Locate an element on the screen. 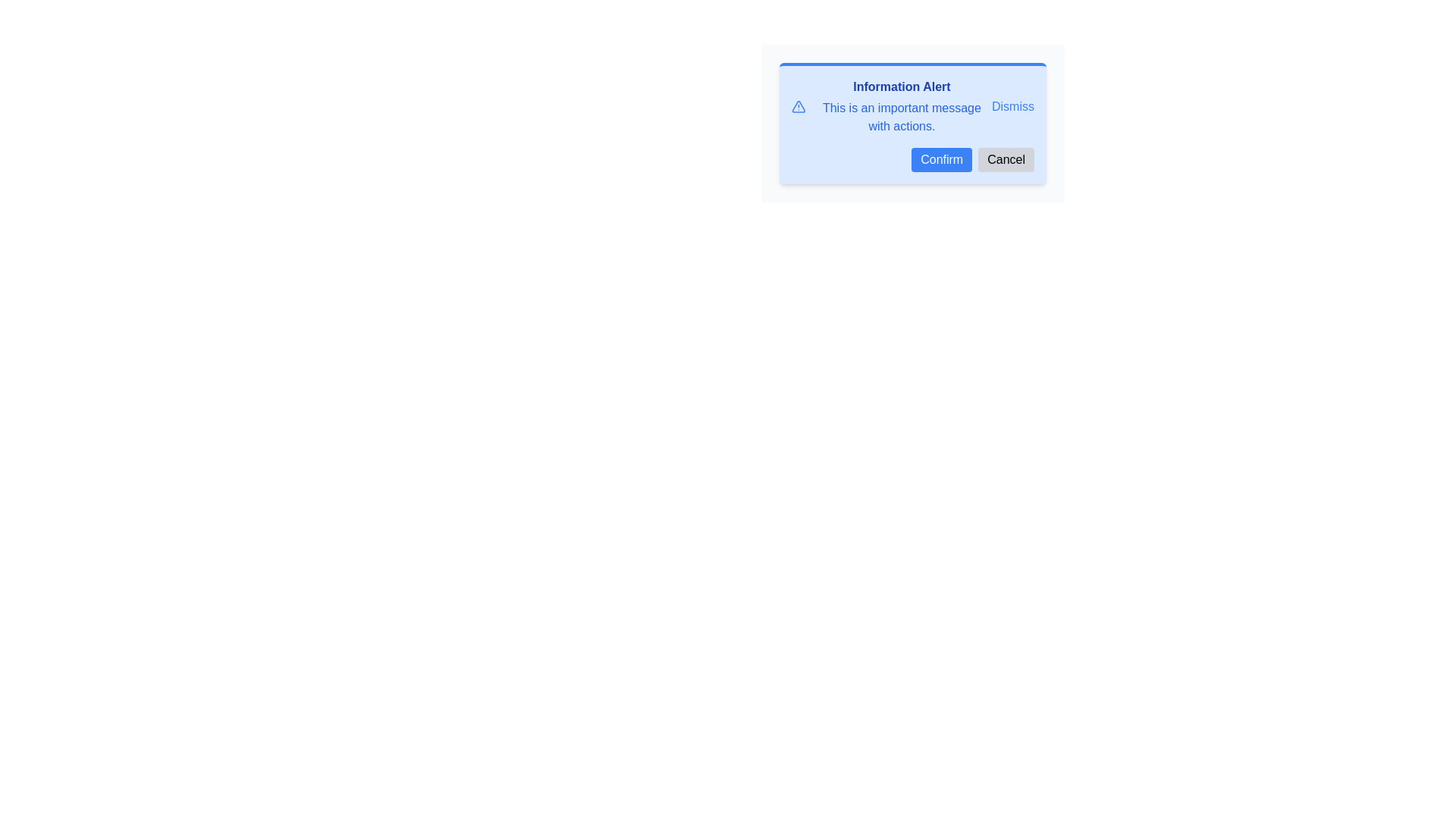  the title text label of the dialog box, which provides a brief summary of the message displayed is located at coordinates (902, 87).